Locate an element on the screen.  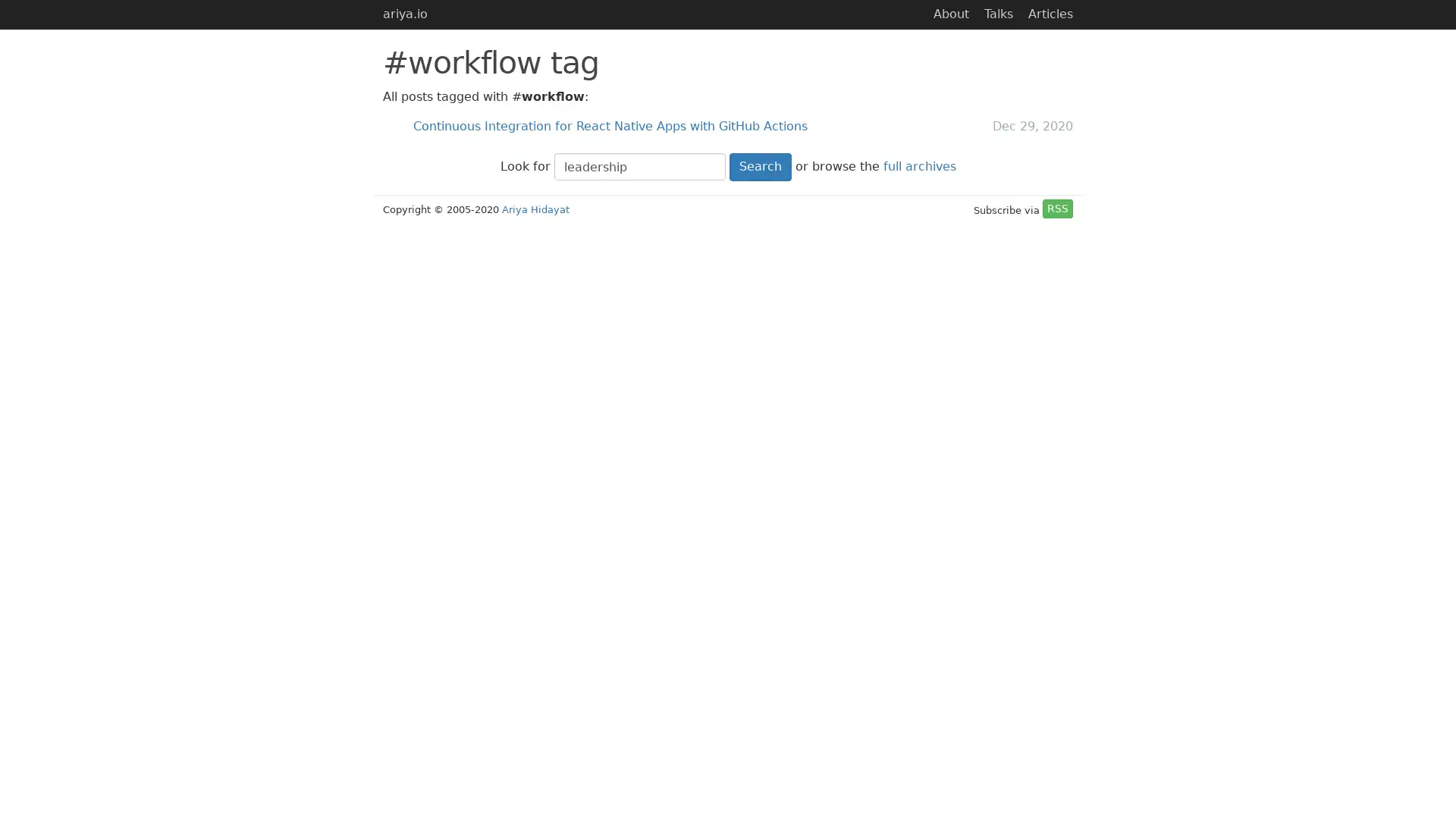
Search is located at coordinates (760, 166).